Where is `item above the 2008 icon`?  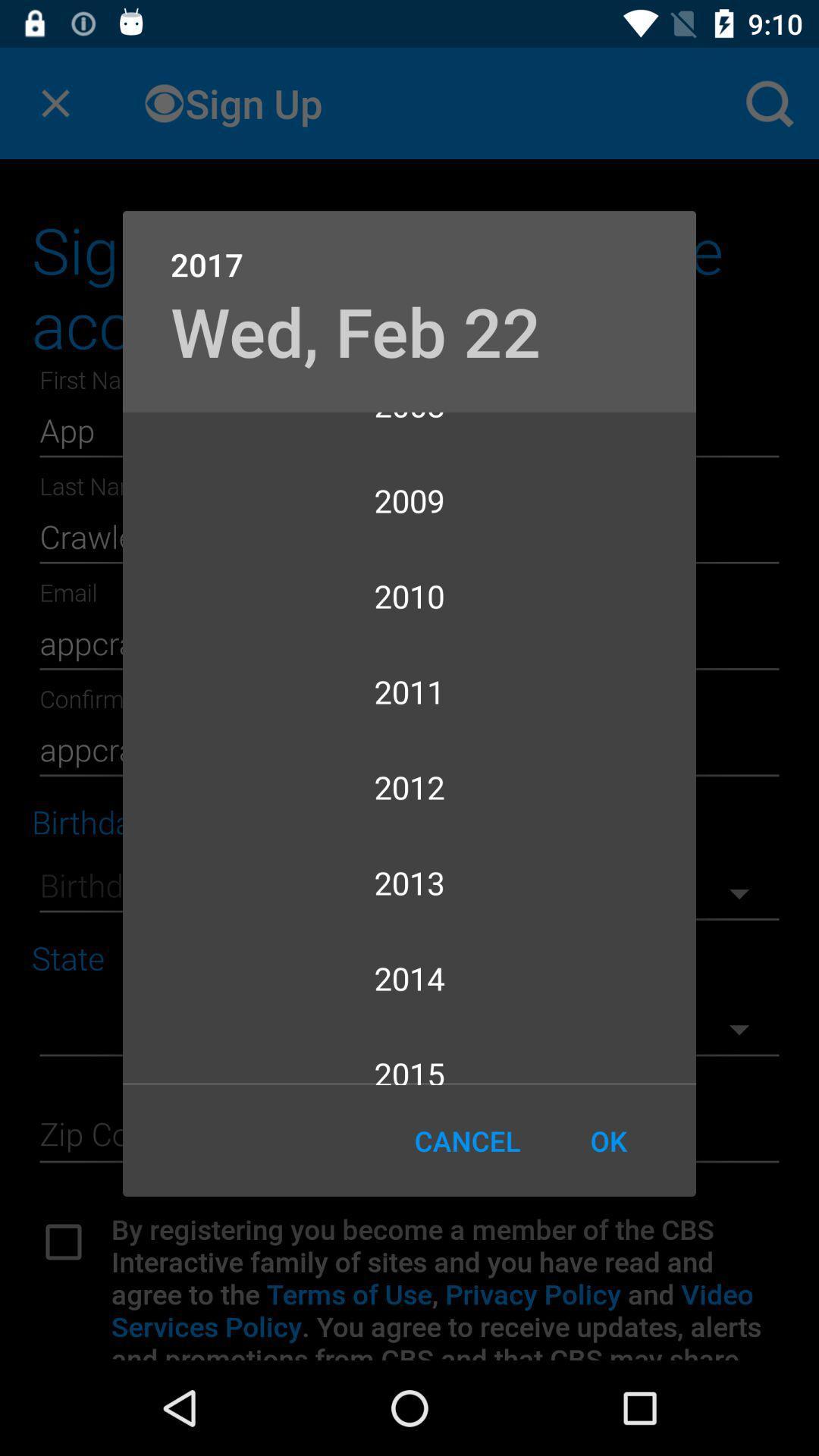 item above the 2008 icon is located at coordinates (356, 330).